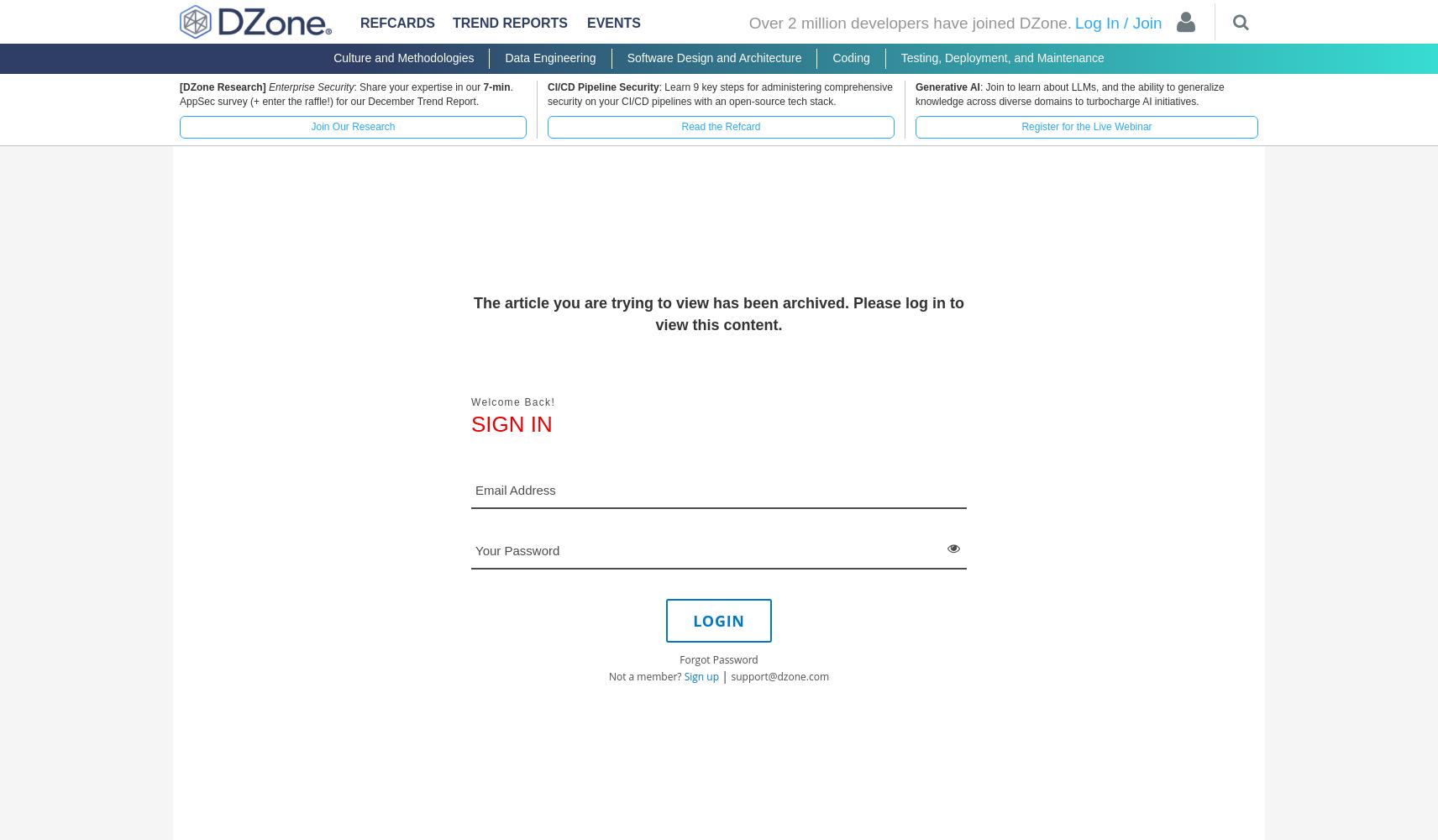 Image resolution: width=1438 pixels, height=840 pixels. What do you see at coordinates (352, 127) in the screenshot?
I see `'Join Our Research'` at bounding box center [352, 127].